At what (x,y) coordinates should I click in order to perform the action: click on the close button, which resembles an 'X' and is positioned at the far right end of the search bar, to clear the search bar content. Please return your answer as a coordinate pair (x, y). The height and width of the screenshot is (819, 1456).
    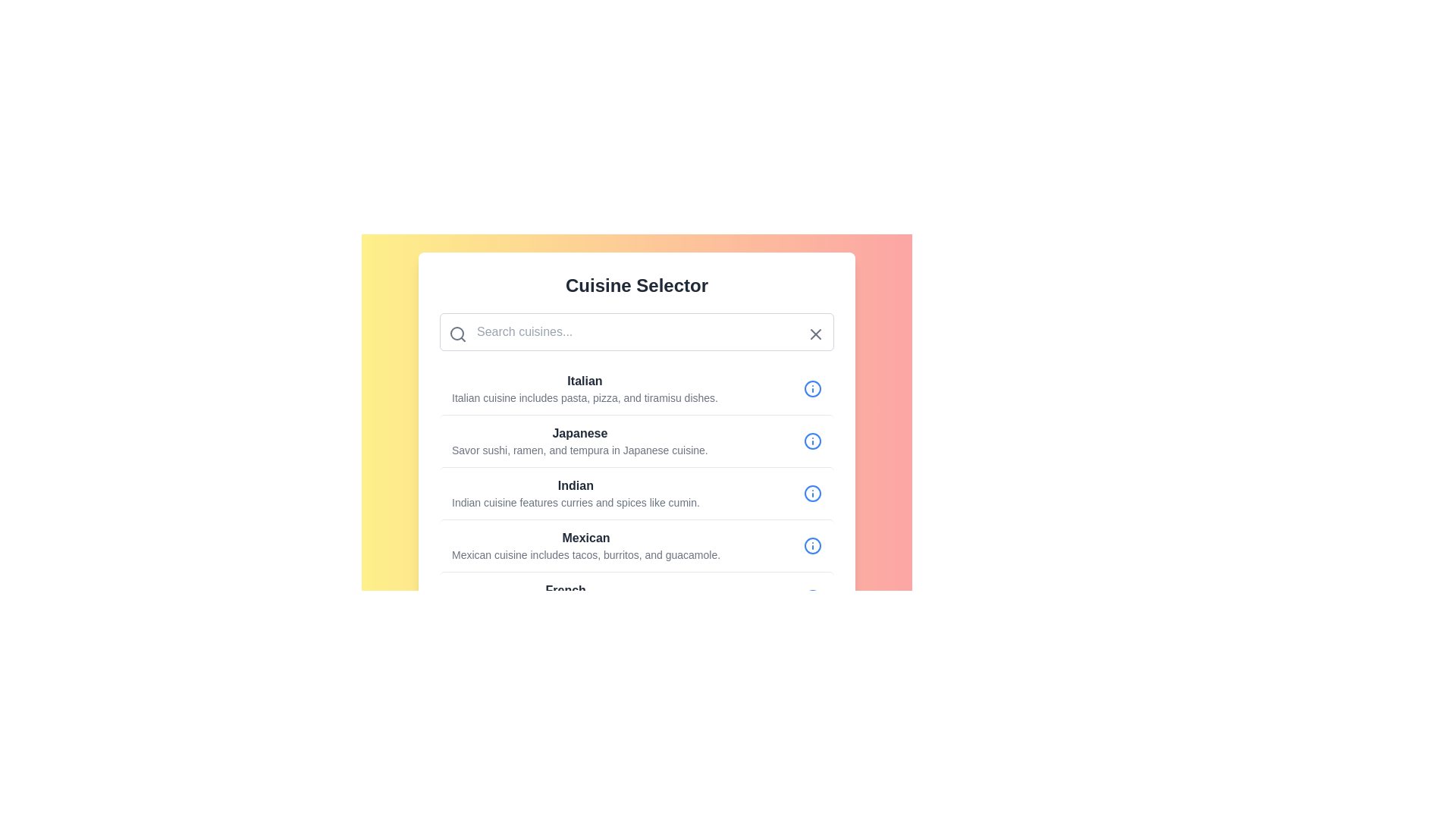
    Looking at the image, I should click on (814, 333).